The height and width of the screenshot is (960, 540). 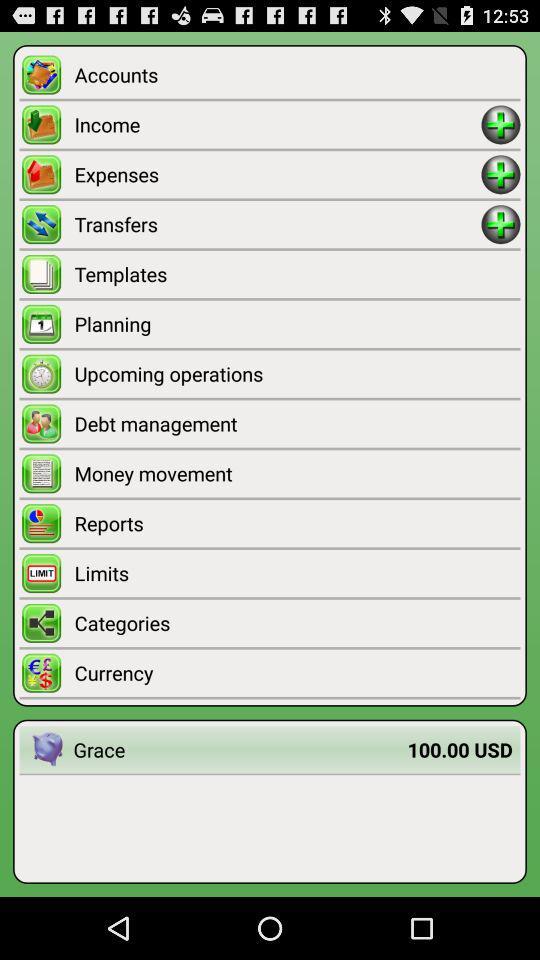 What do you see at coordinates (296, 372) in the screenshot?
I see `upcoming operations icon` at bounding box center [296, 372].